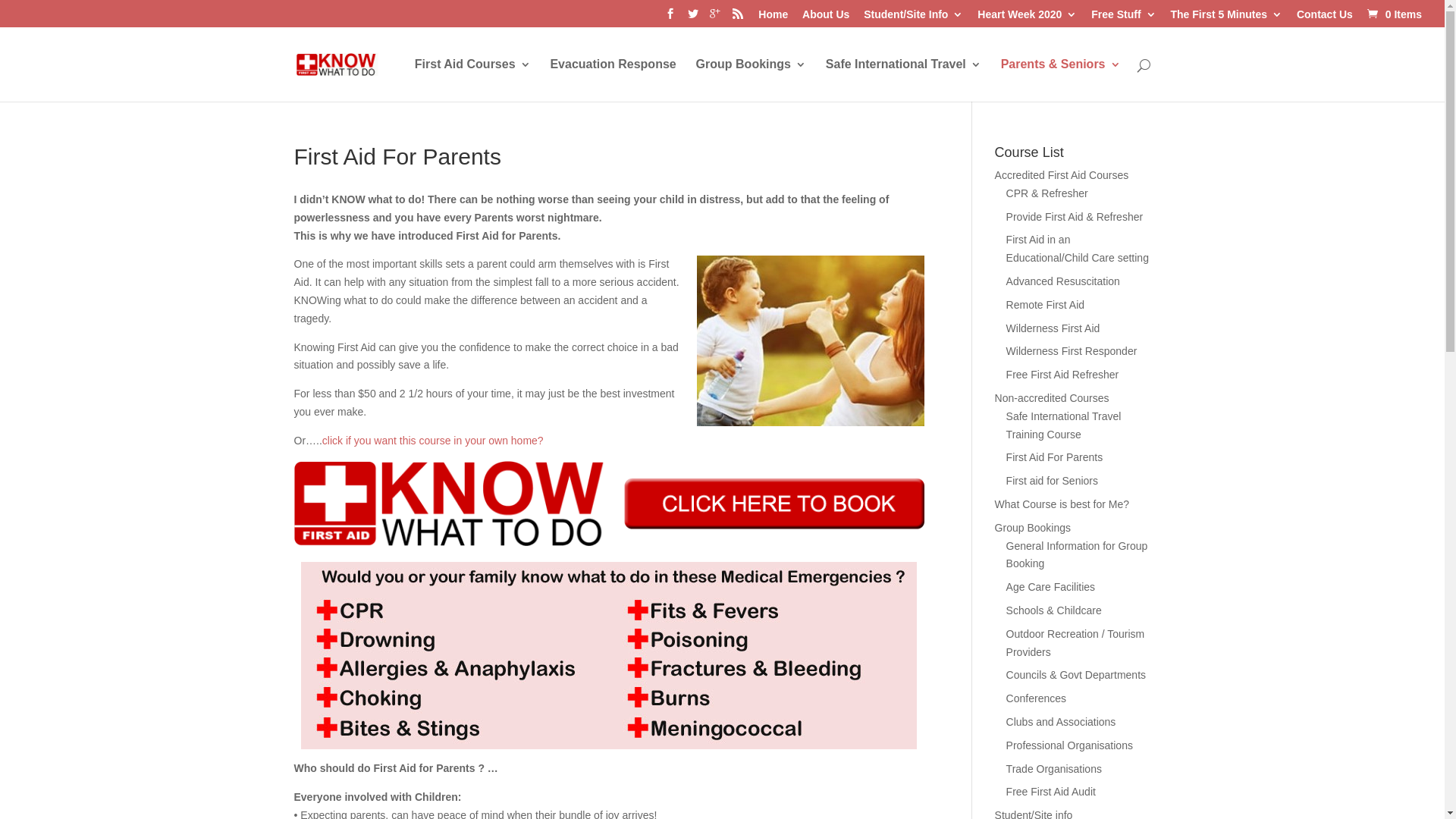  Describe the element at coordinates (1062, 281) in the screenshot. I see `'Advanced Resuscitation'` at that location.